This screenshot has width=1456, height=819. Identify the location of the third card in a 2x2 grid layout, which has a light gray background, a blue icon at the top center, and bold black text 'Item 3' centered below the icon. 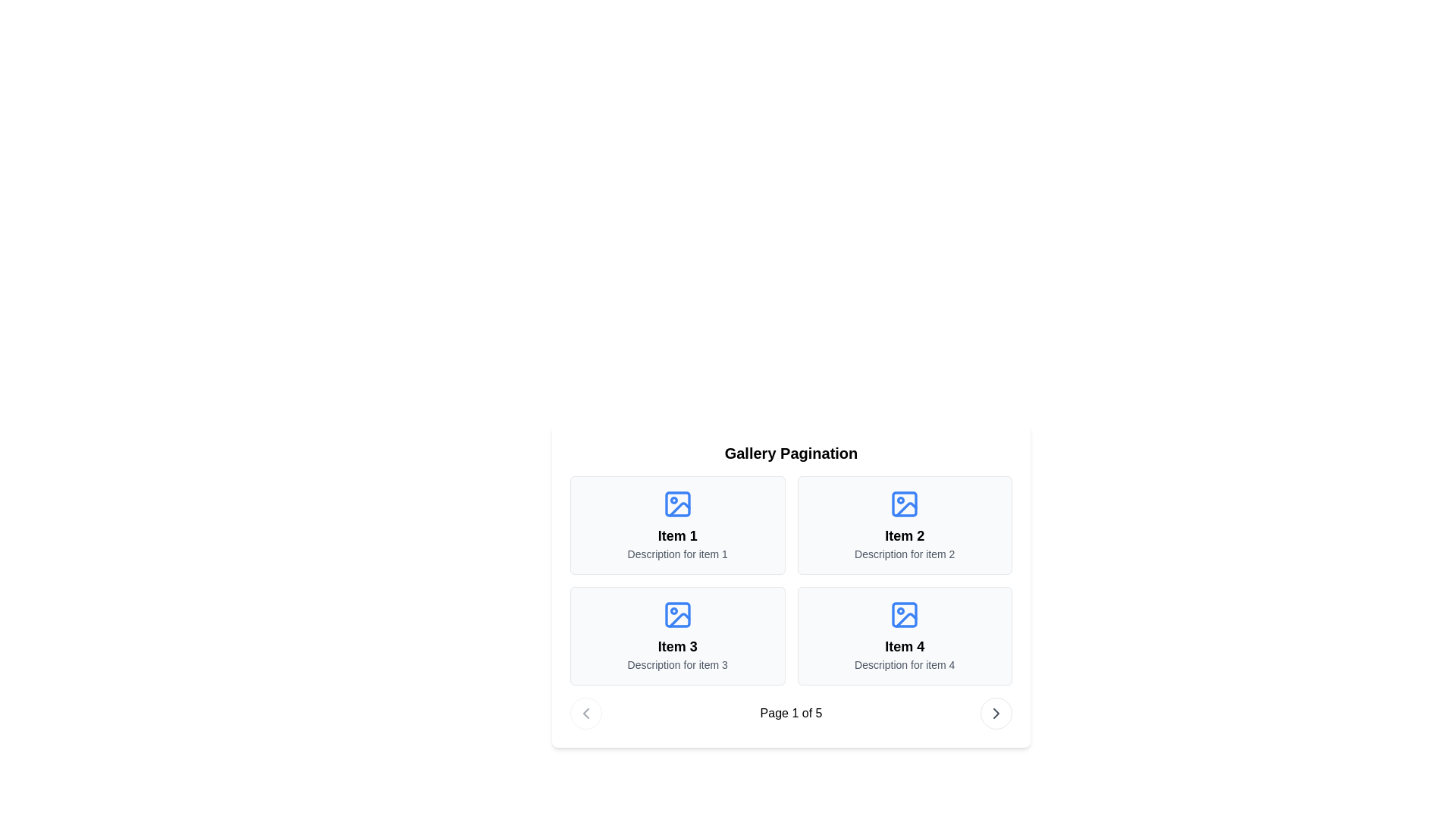
(676, 636).